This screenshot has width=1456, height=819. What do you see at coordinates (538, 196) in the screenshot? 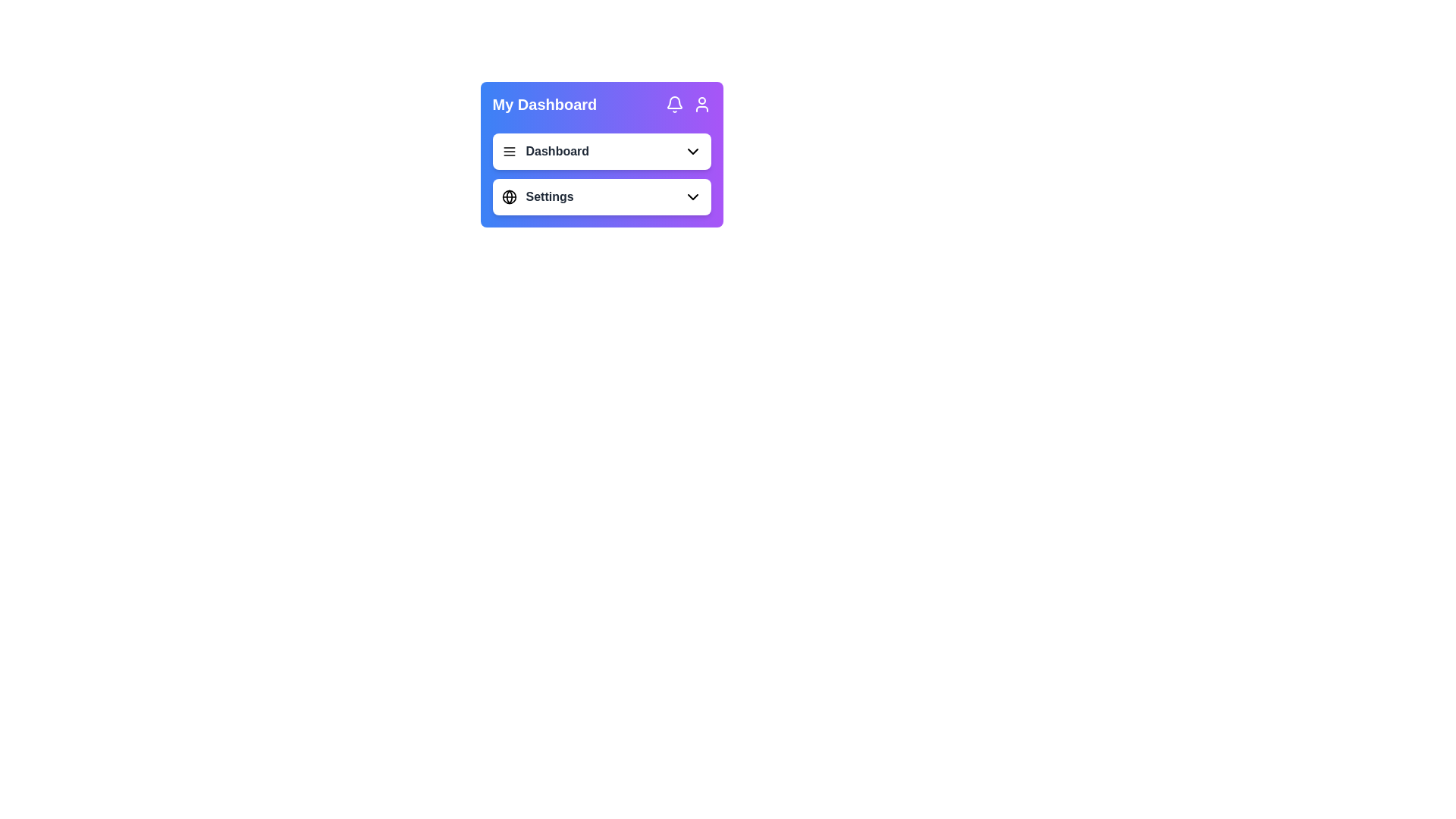
I see `the 'Settings' menu entry, which consists of a globe icon and bold text` at bounding box center [538, 196].